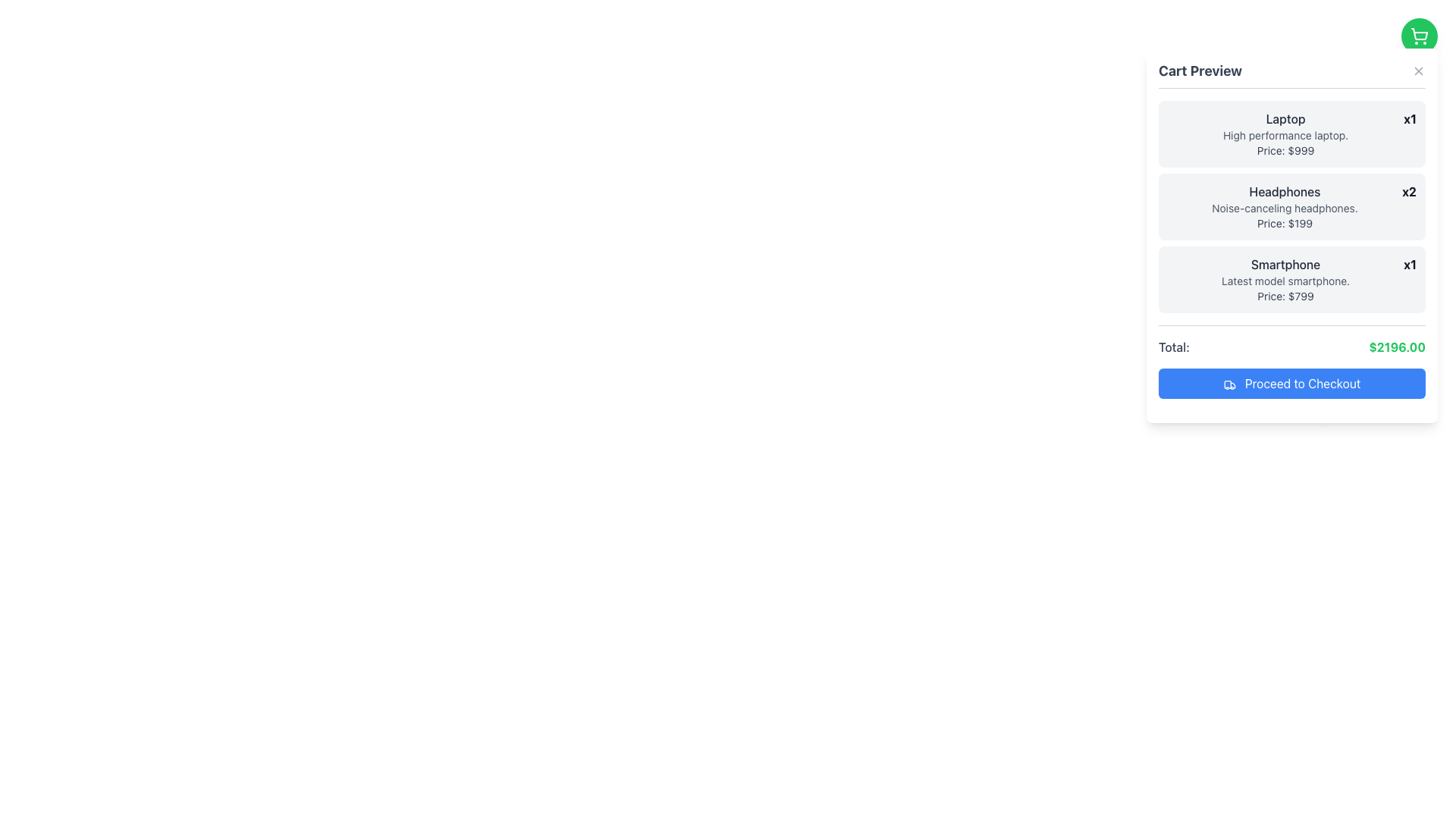  I want to click on the 'Headphones' text label in the cart preview, so click(1284, 191).